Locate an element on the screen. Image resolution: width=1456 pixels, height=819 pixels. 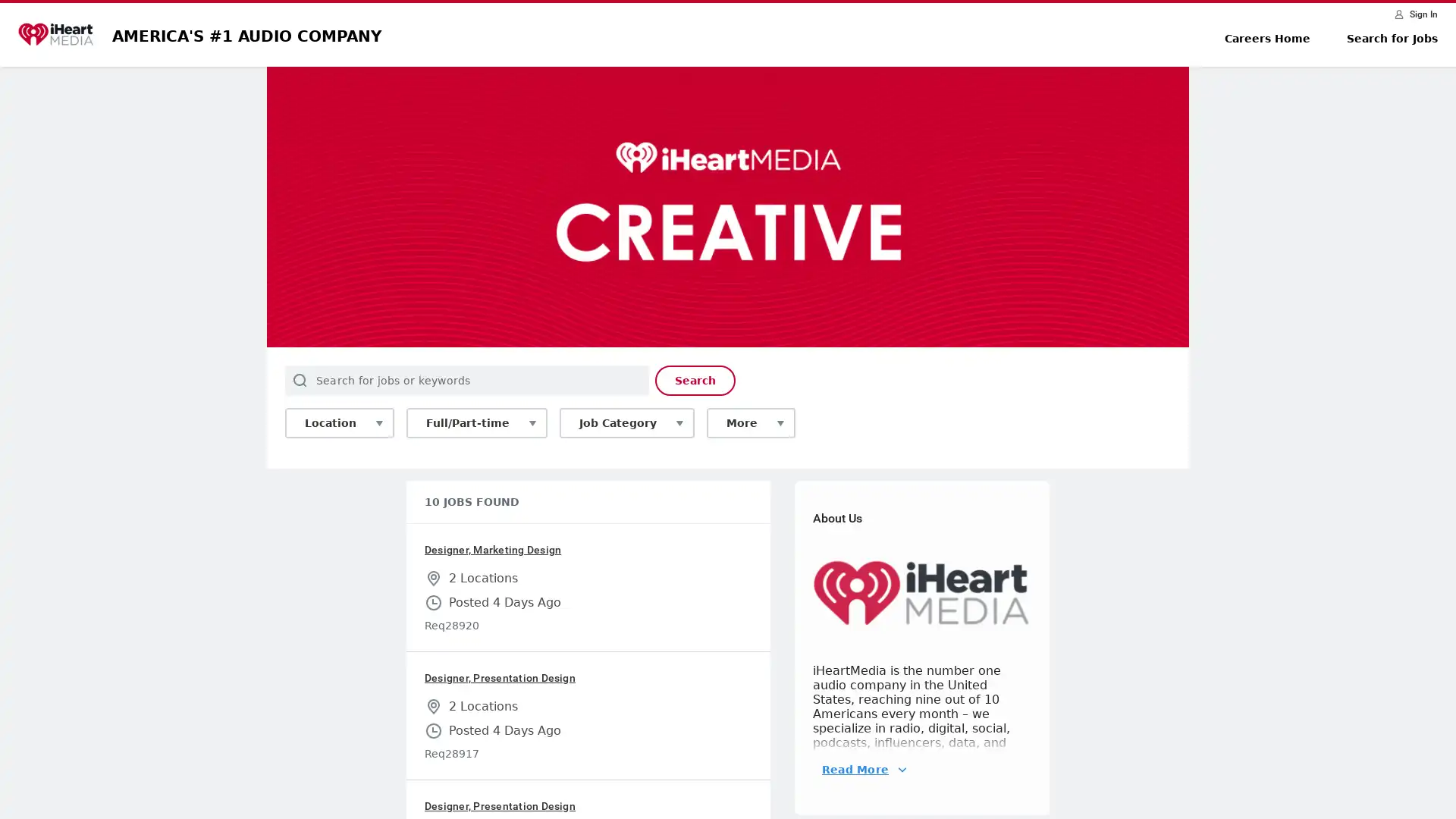
Full/Part-time is located at coordinates (459, 423).